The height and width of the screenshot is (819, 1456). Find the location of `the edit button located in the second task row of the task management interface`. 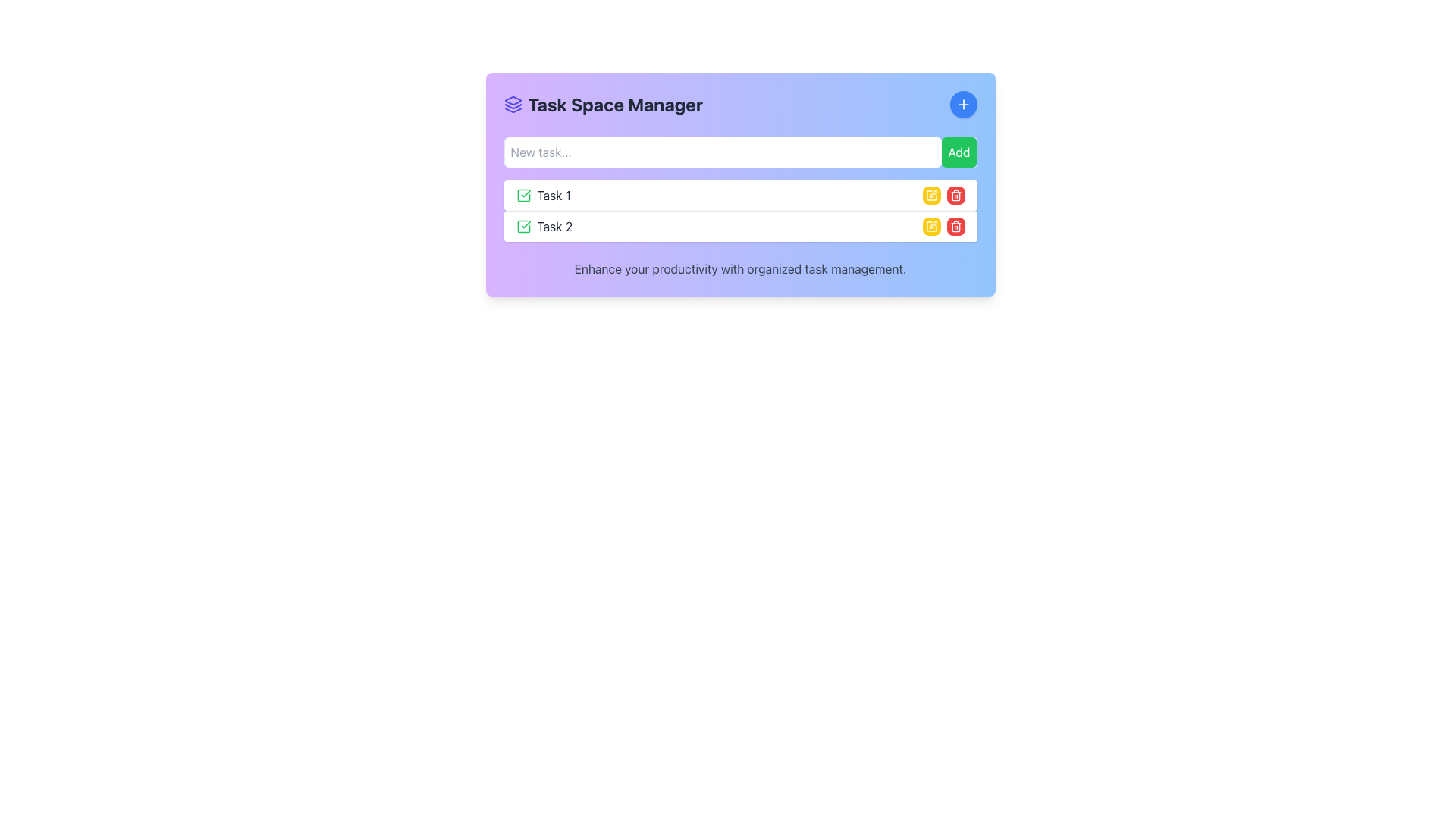

the edit button located in the second task row of the task management interface is located at coordinates (930, 195).